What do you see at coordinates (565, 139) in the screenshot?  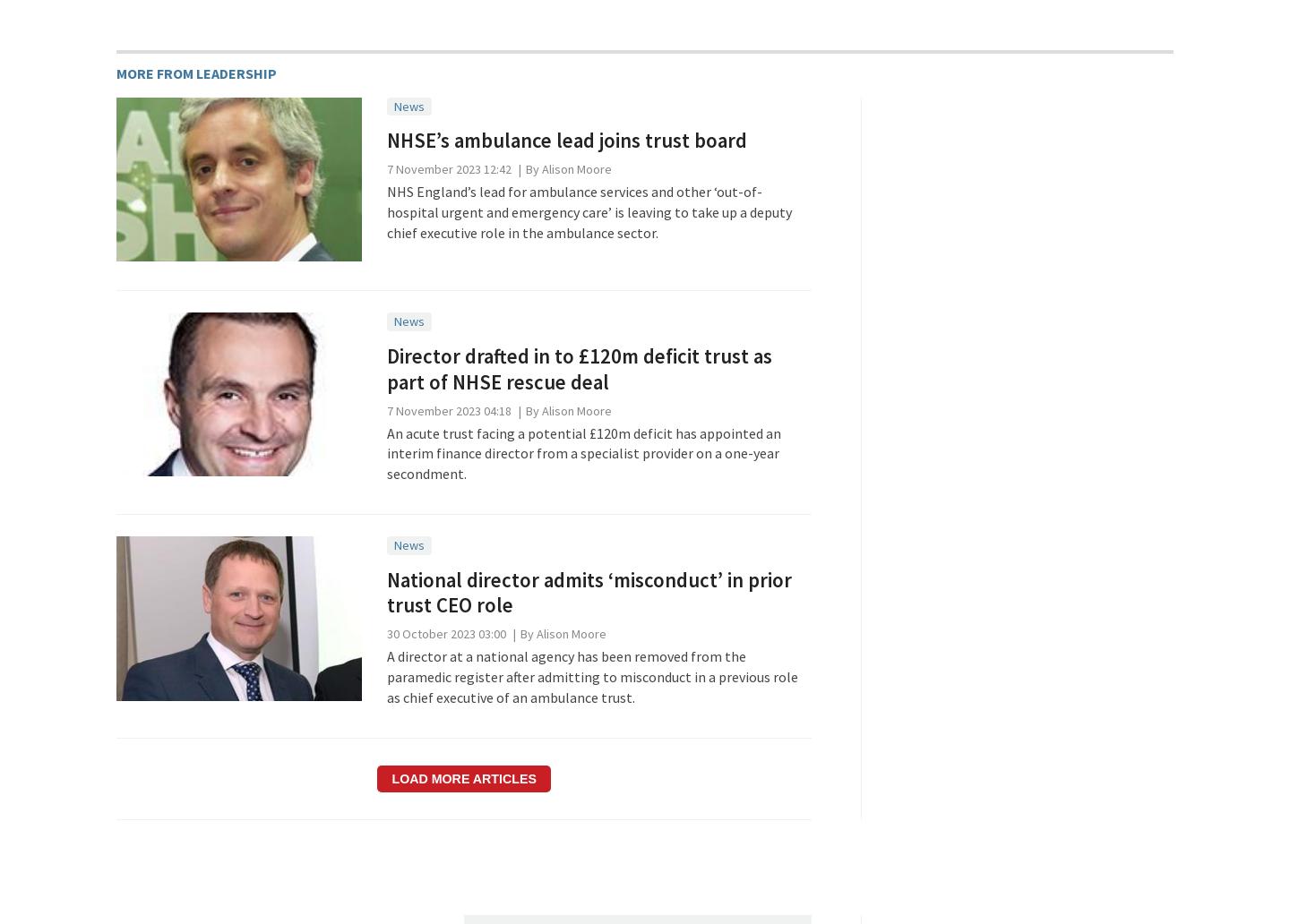 I see `'NHSE’s ambulance lead joins trust board'` at bounding box center [565, 139].